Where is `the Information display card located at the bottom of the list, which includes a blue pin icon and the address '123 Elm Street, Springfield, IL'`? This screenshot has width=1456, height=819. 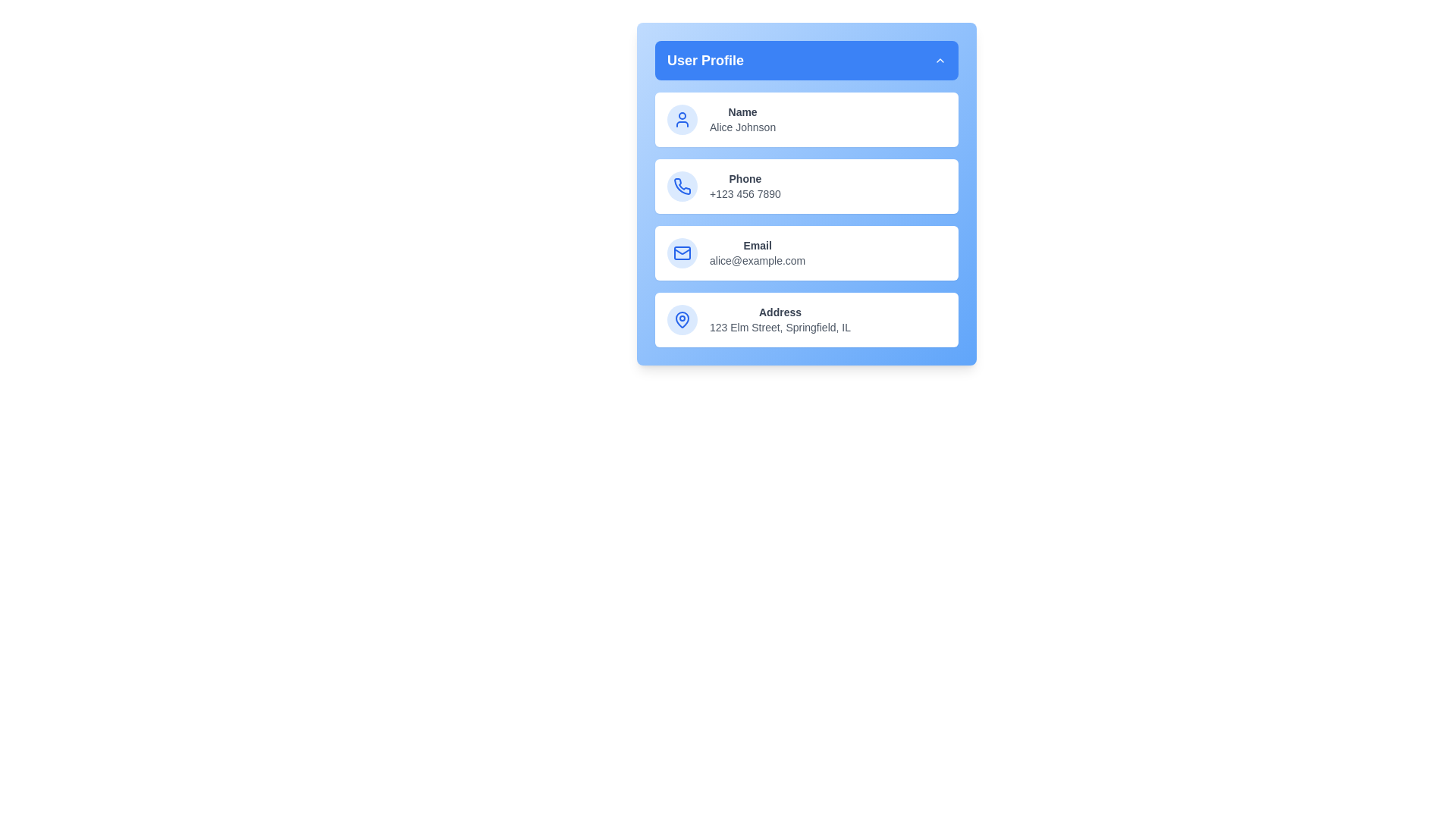
the Information display card located at the bottom of the list, which includes a blue pin icon and the address '123 Elm Street, Springfield, IL' is located at coordinates (806, 318).